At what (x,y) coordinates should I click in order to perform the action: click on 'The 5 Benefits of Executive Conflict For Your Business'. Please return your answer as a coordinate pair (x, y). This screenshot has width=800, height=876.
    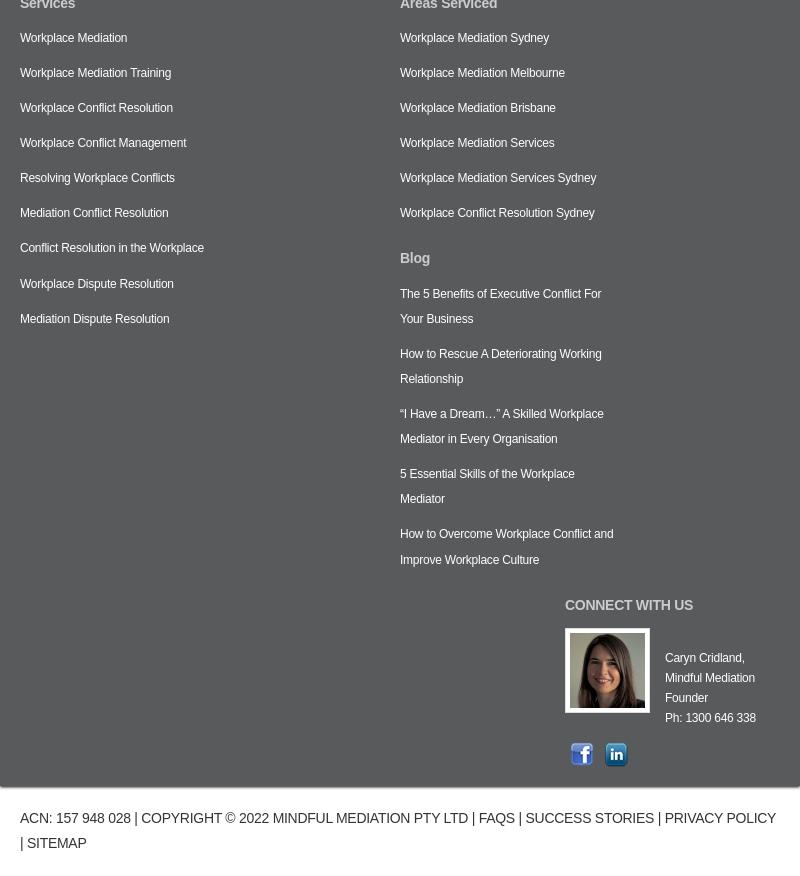
    Looking at the image, I should click on (500, 305).